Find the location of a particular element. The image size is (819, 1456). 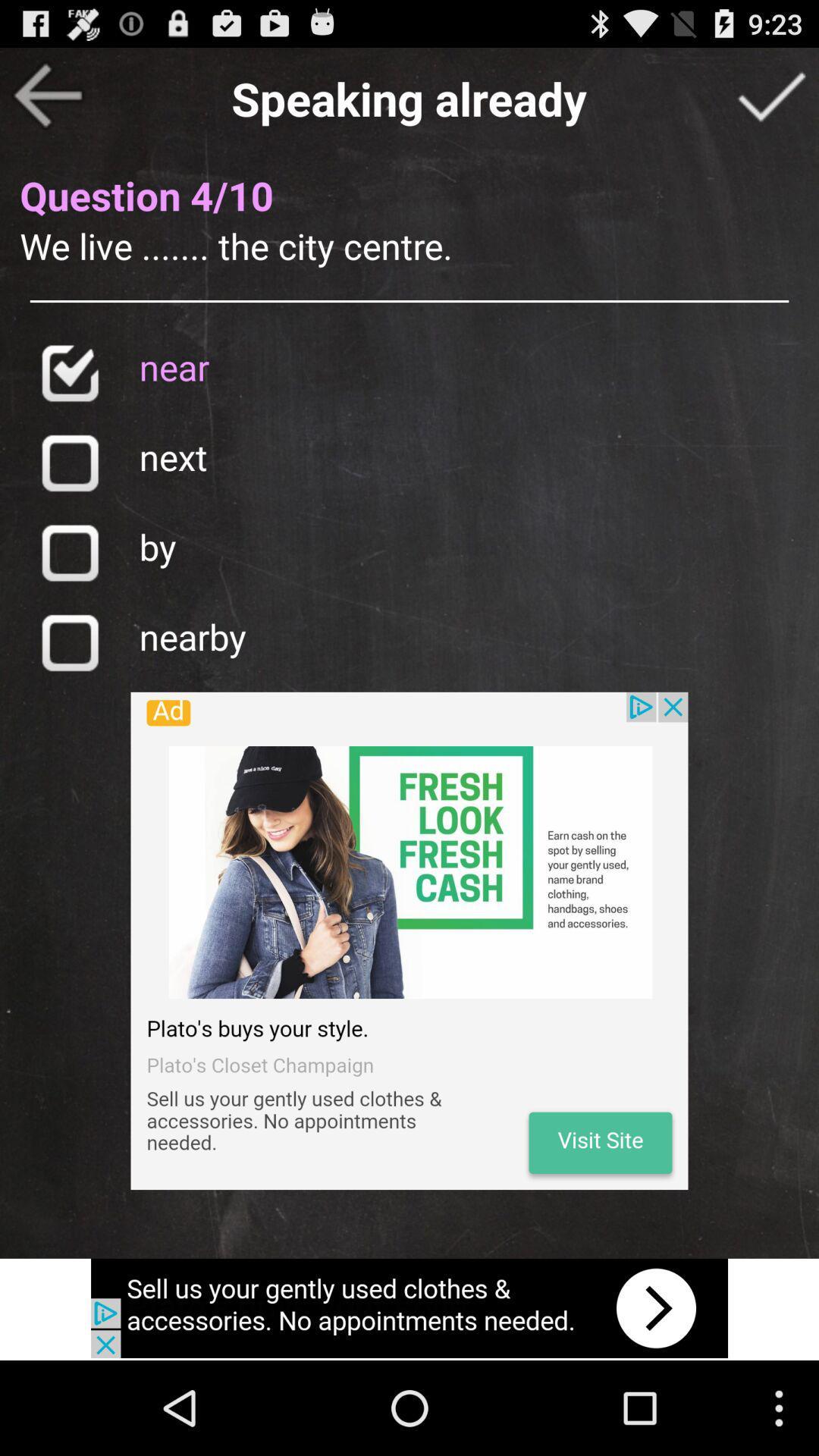

backward is located at coordinates (46, 94).